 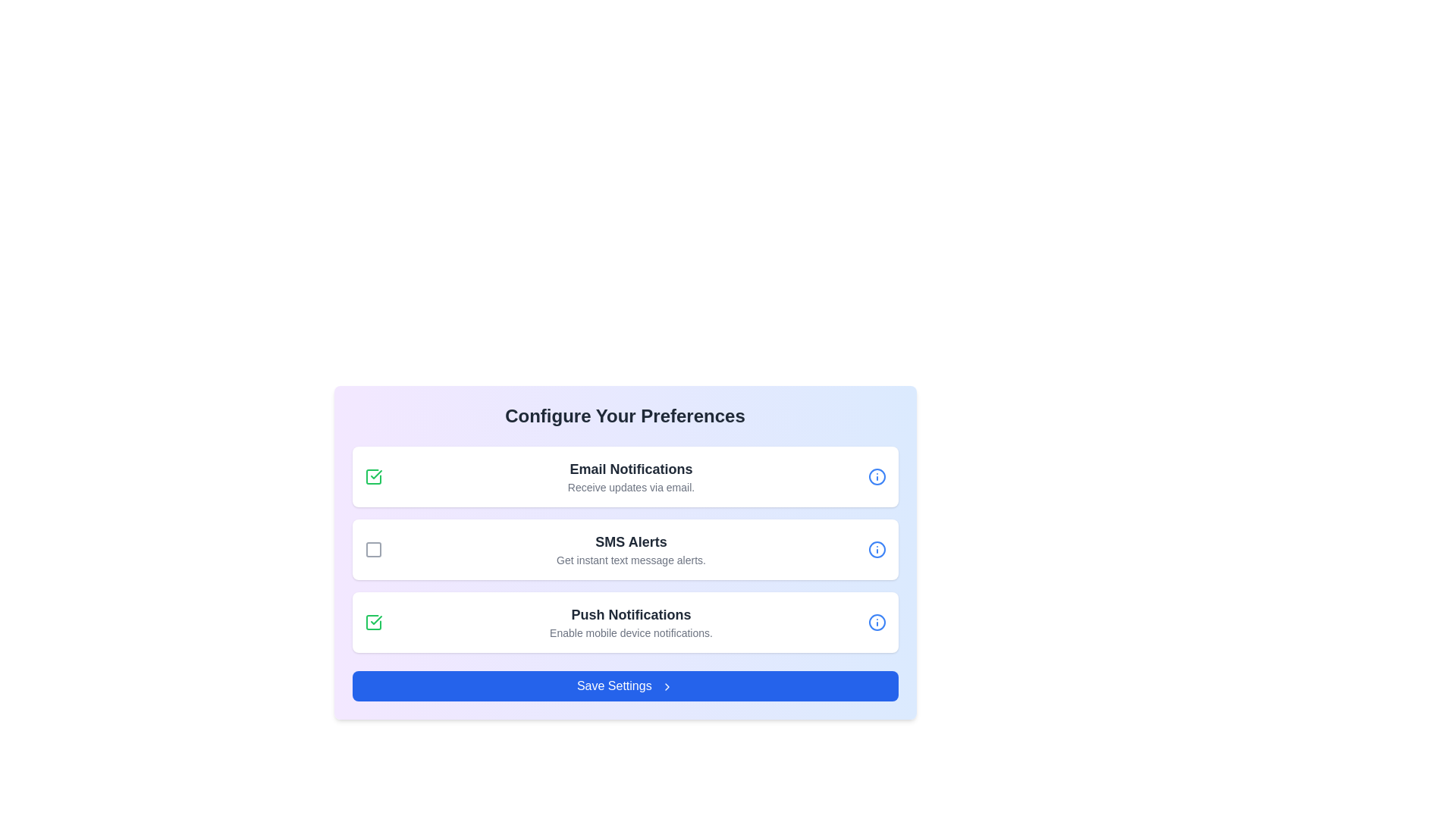 What do you see at coordinates (877, 623) in the screenshot?
I see `the circular icon with a blue stroke and white fill located in the lower-right corner of the 'Push Notifications' section` at bounding box center [877, 623].